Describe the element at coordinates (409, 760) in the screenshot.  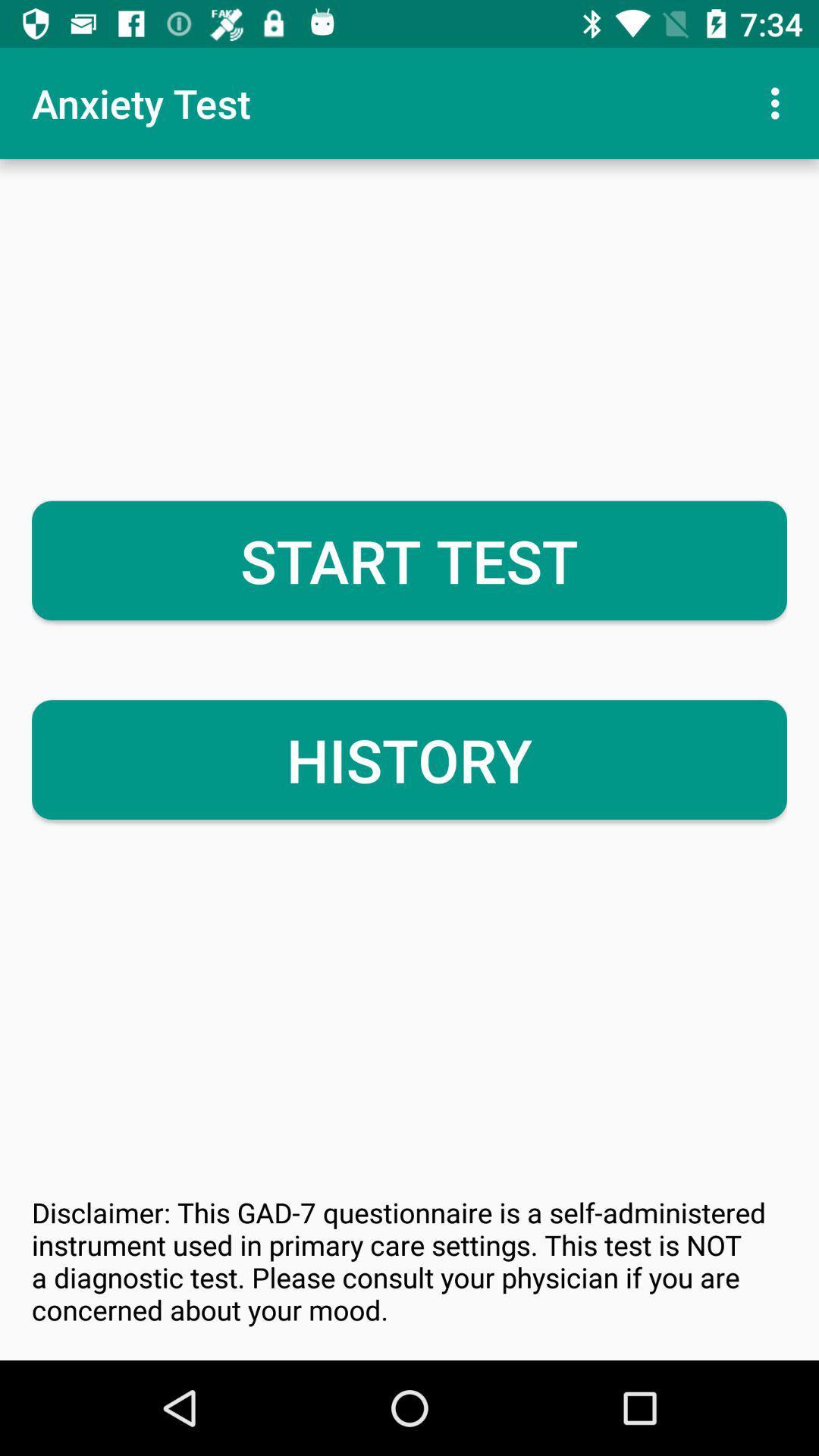
I see `history icon` at that location.